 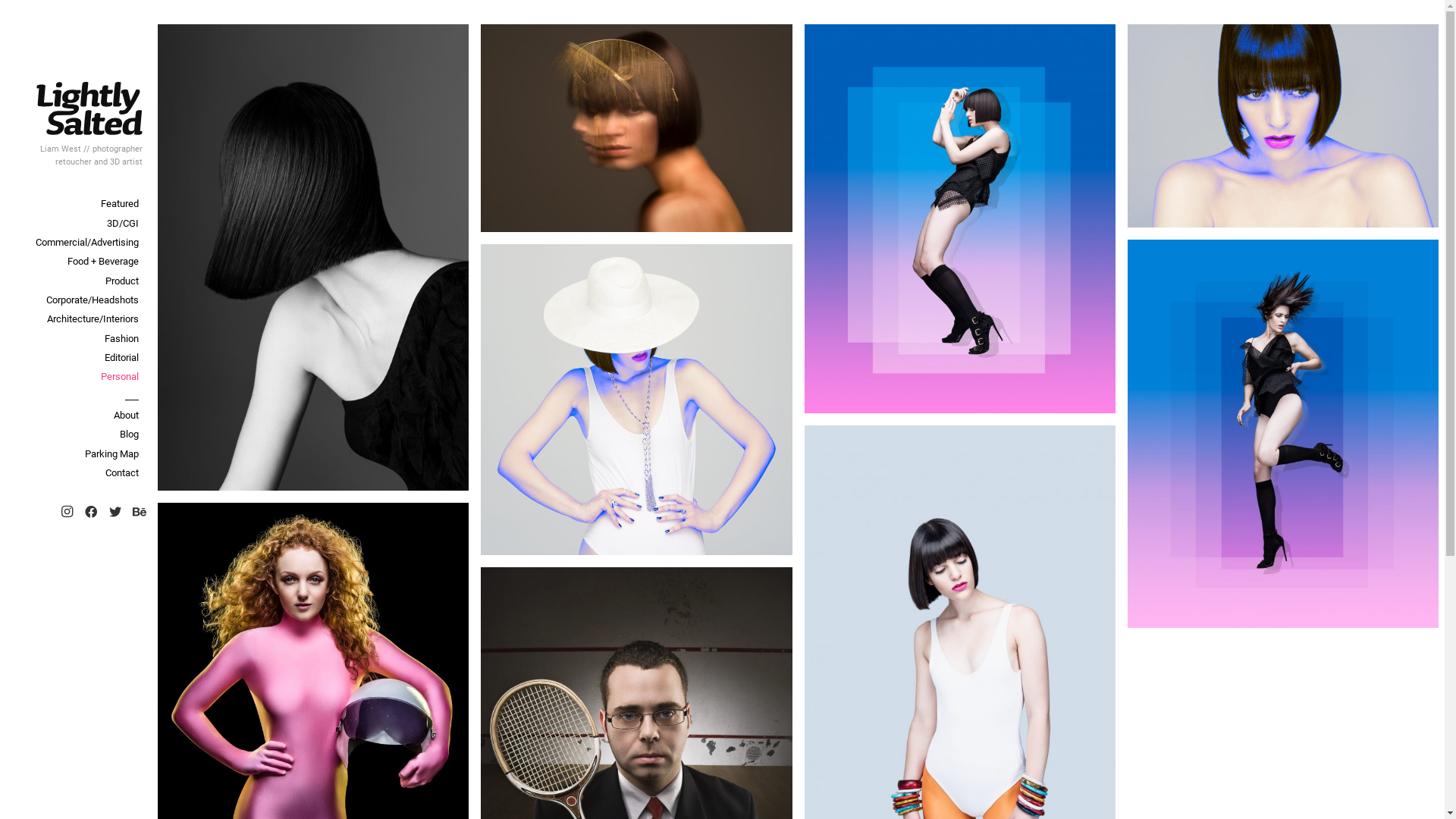 What do you see at coordinates (75, 375) in the screenshot?
I see `'Personal'` at bounding box center [75, 375].